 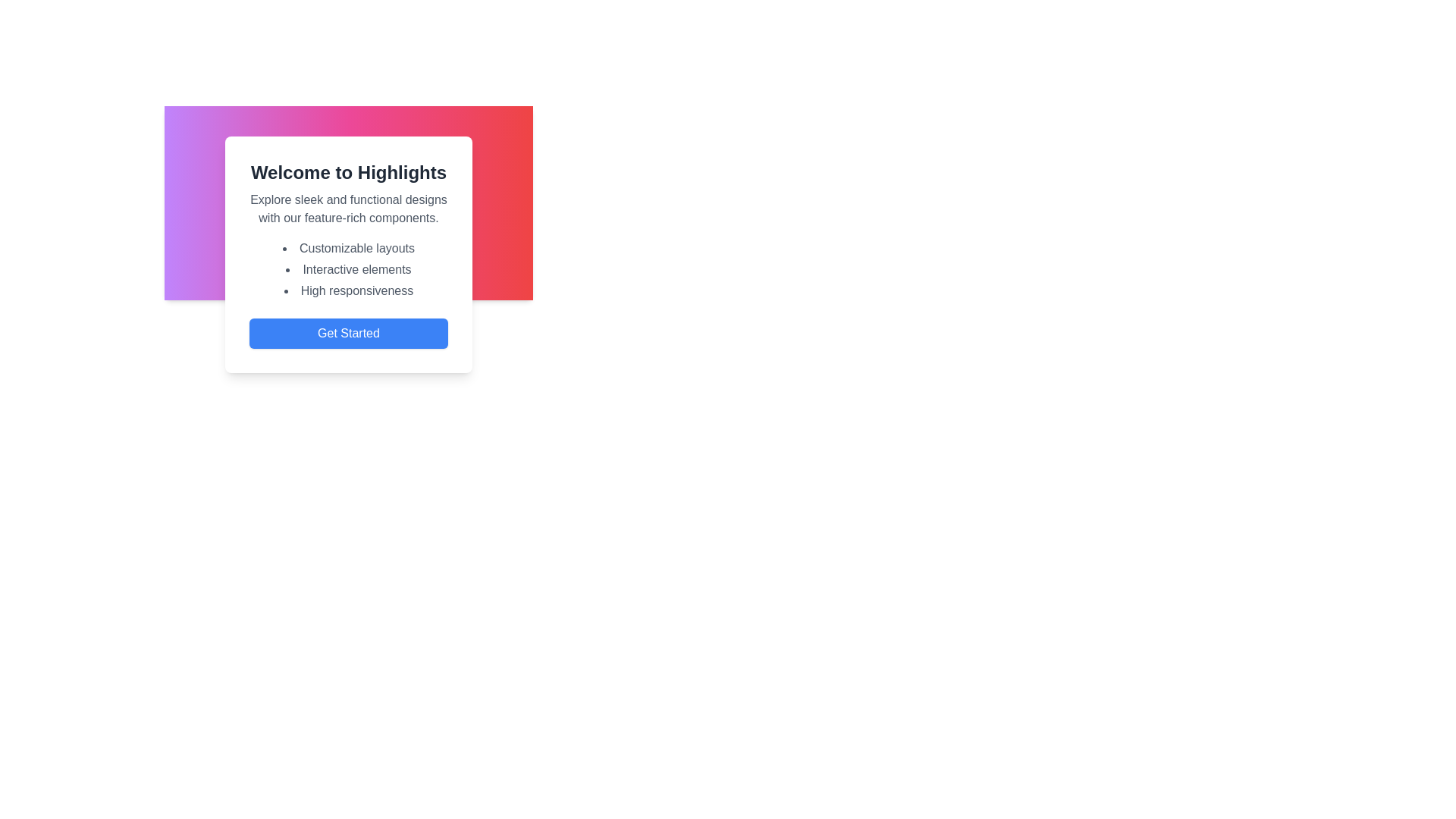 I want to click on the descriptive bullet point regarding 'High responsiveness' in the third item of the list under the heading 'Welcome to Highlights.', so click(x=348, y=291).